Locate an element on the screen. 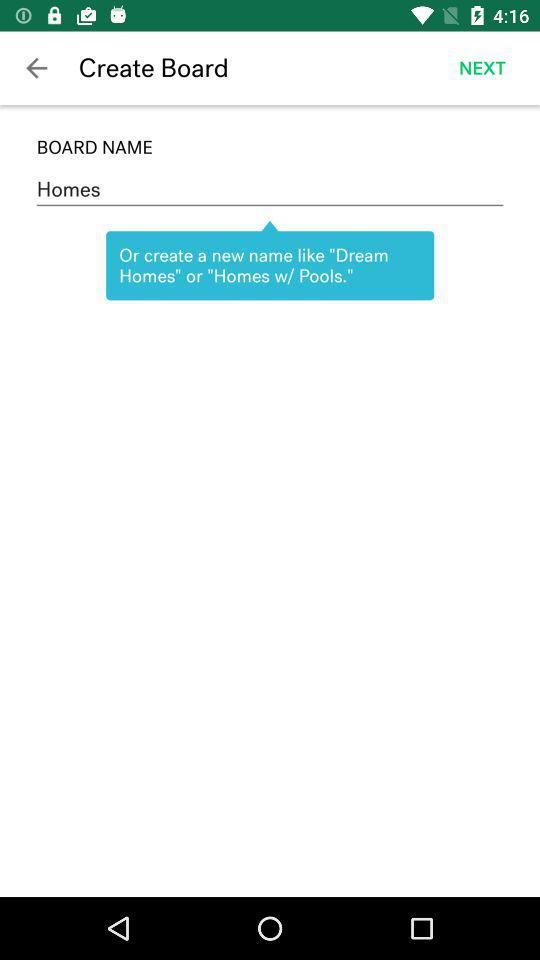  the app next to the create board item is located at coordinates (481, 68).